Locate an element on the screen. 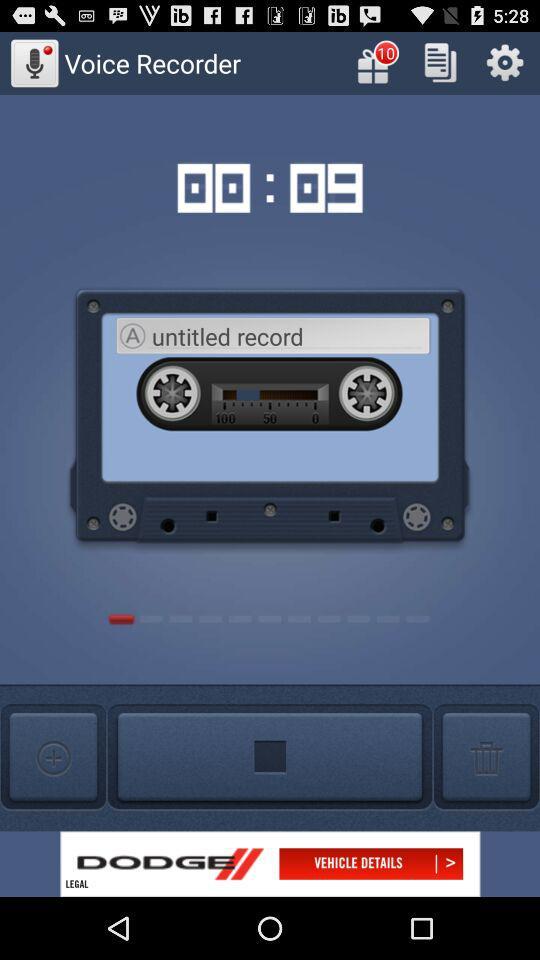 Image resolution: width=540 pixels, height=960 pixels. details about advertisement is located at coordinates (270, 863).